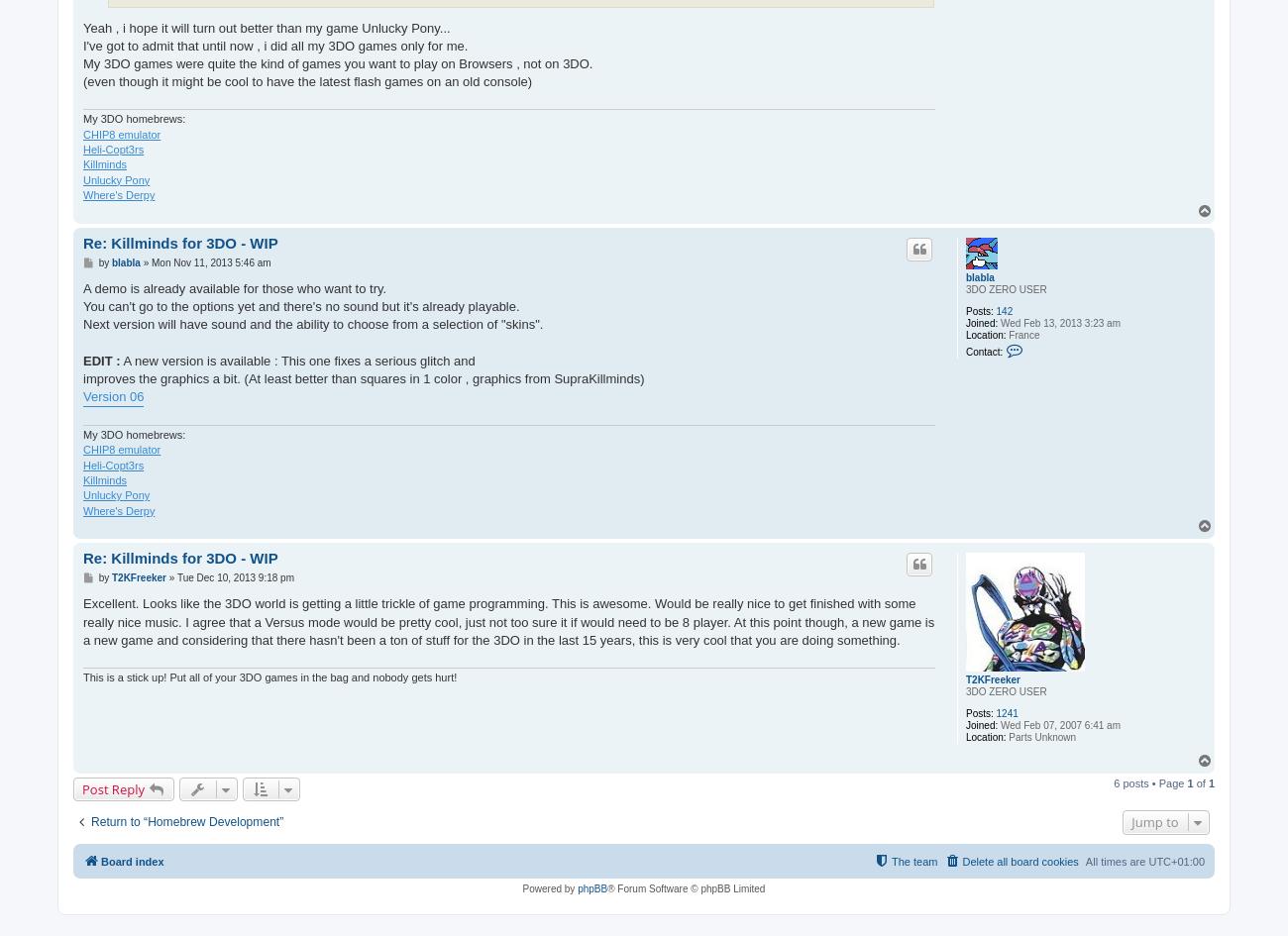 The width and height of the screenshot is (1288, 936). Describe the element at coordinates (336, 63) in the screenshot. I see `'My 3DO games were quite the kind of games you want to play on Browsers , not on 3DO.'` at that location.